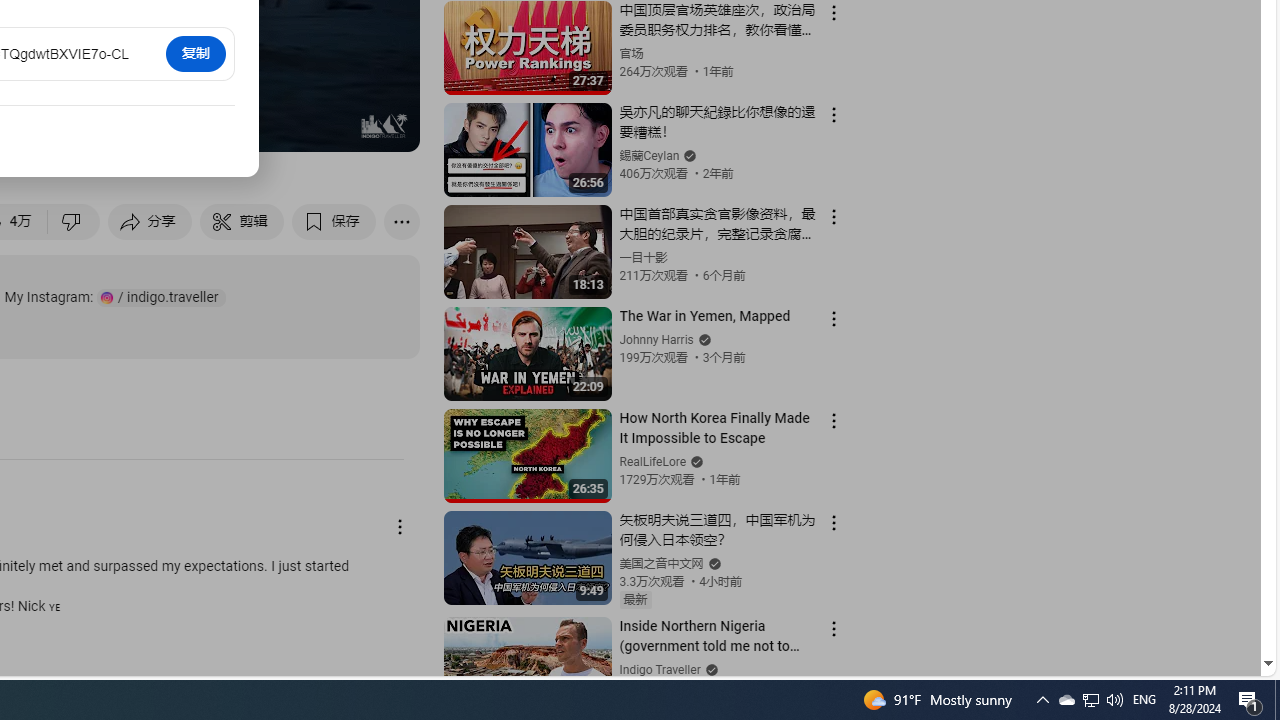  I want to click on 'Instagram Channel Link: indigo.traveller', so click(161, 297).